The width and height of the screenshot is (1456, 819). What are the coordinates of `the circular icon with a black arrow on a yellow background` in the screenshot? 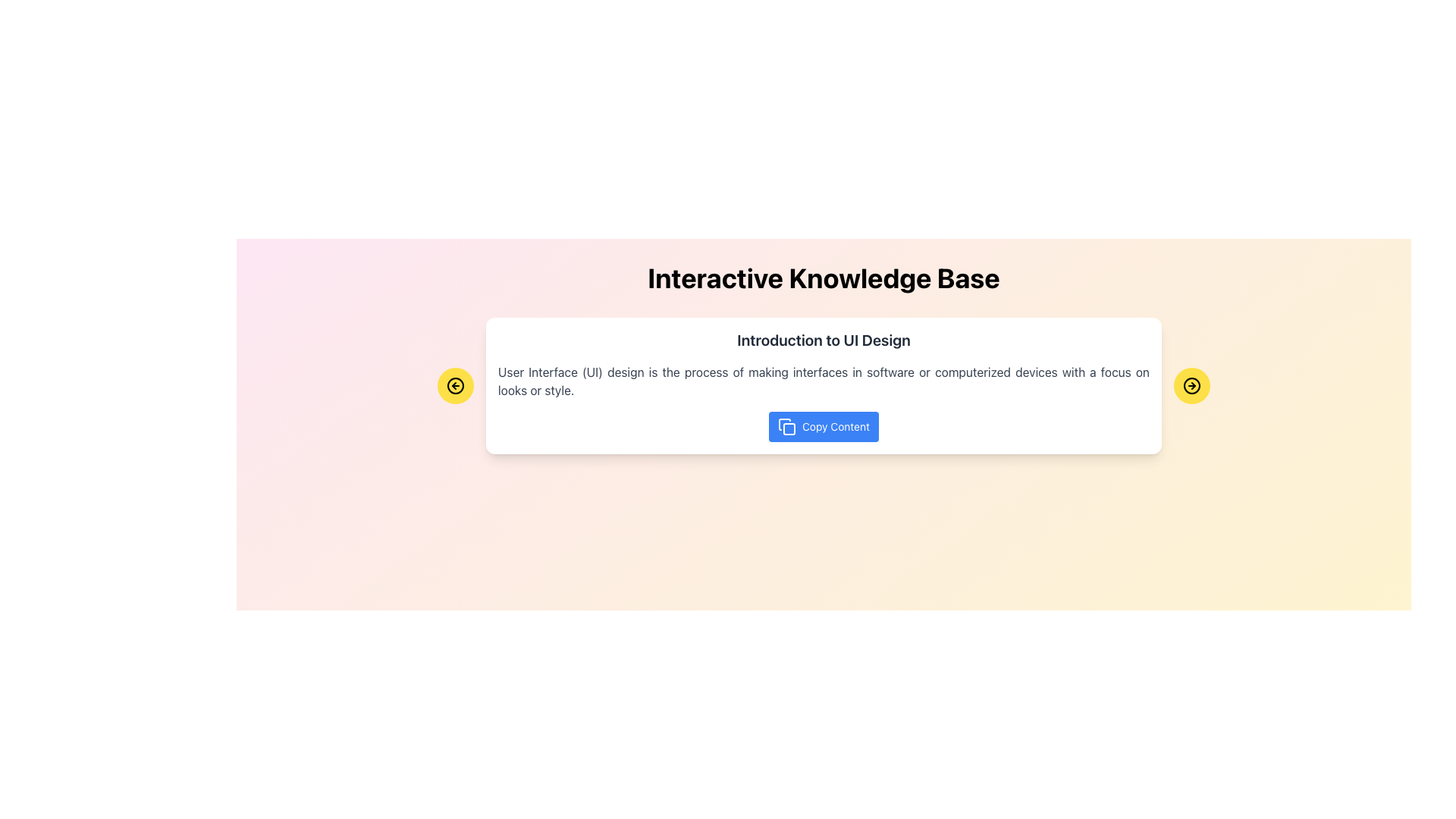 It's located at (1191, 385).